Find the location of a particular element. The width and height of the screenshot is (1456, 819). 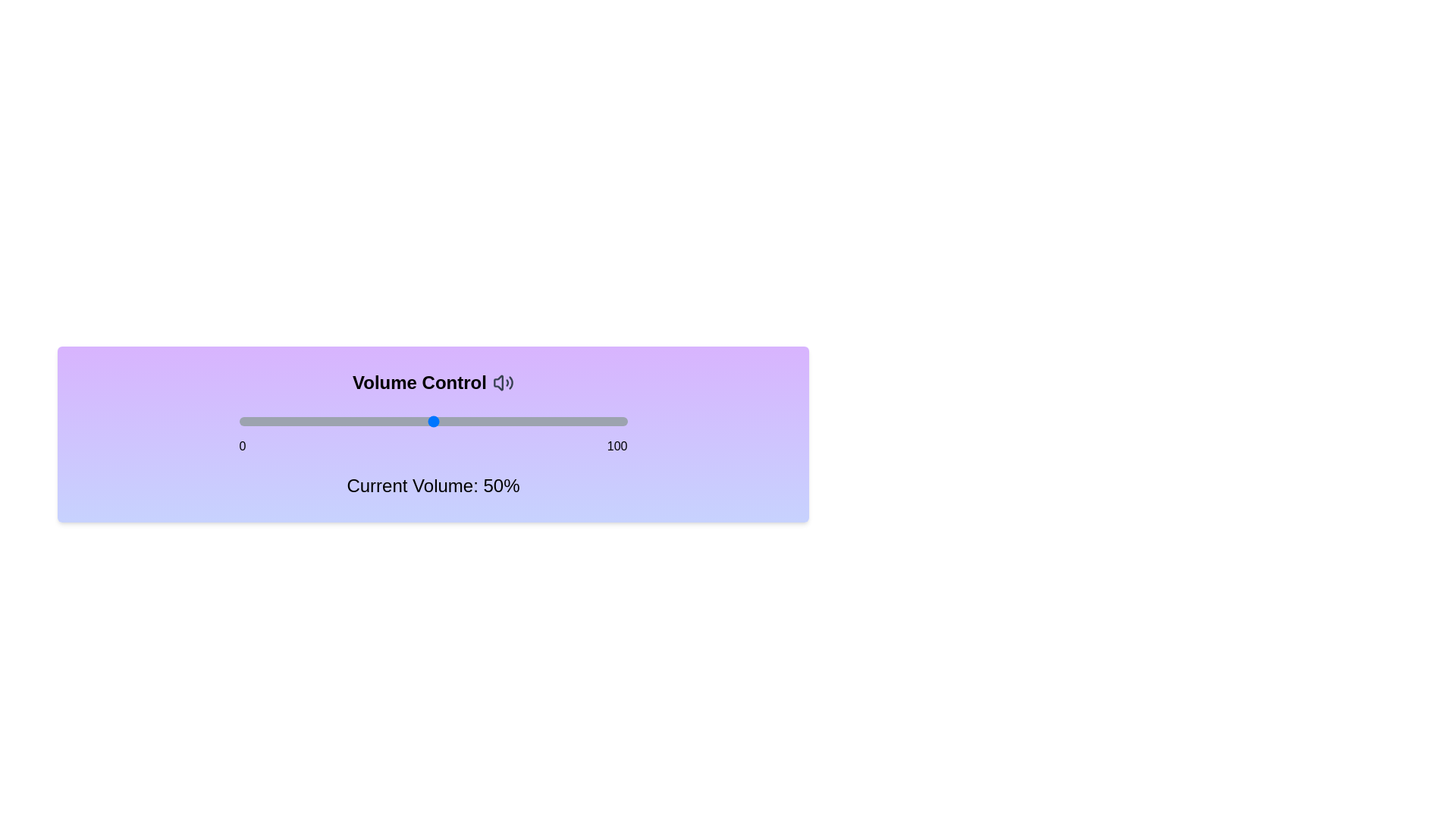

the volume to 61% by dragging the slider is located at coordinates (475, 421).